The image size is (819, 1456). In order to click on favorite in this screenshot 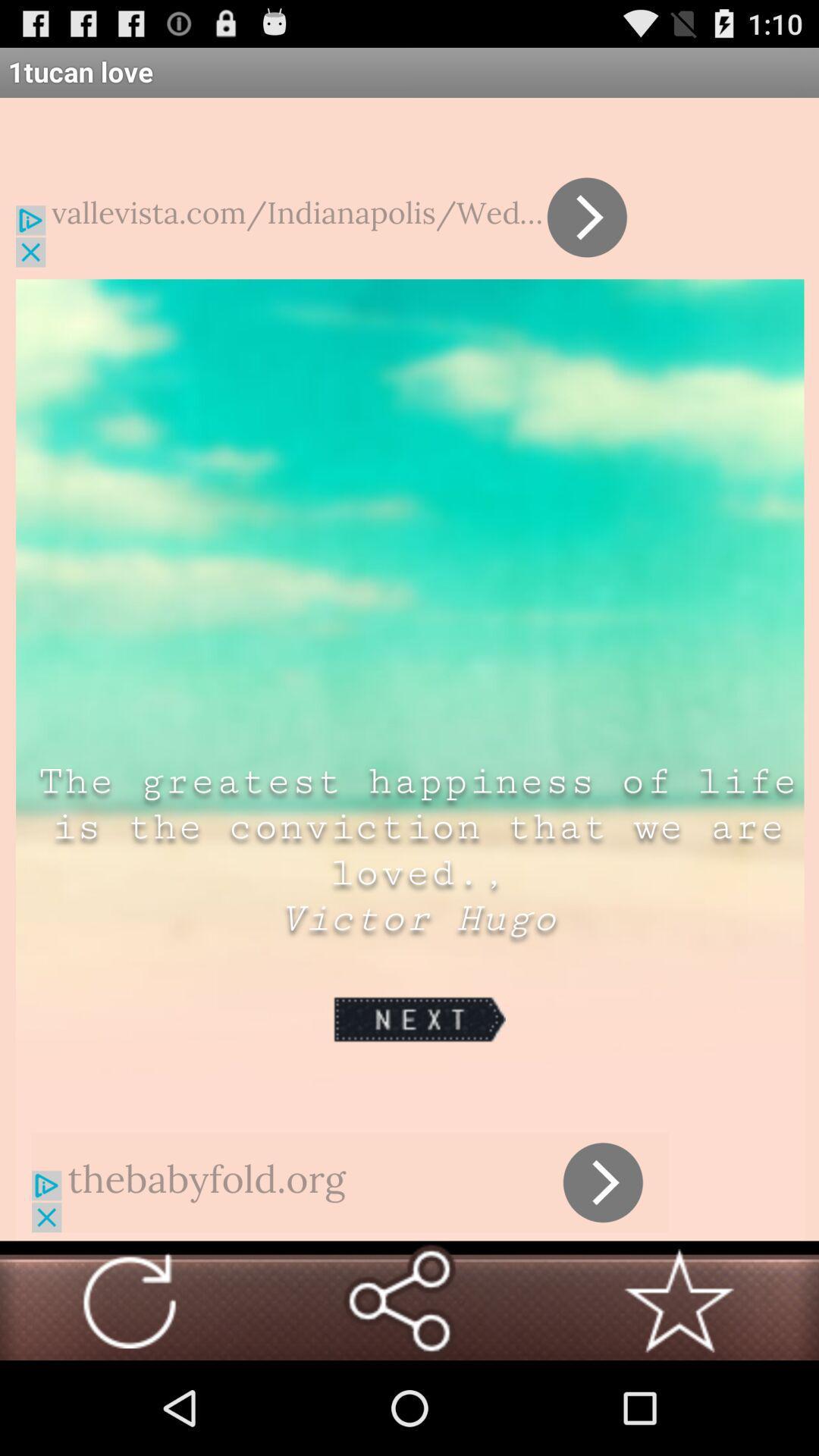, I will do `click(678, 1300)`.